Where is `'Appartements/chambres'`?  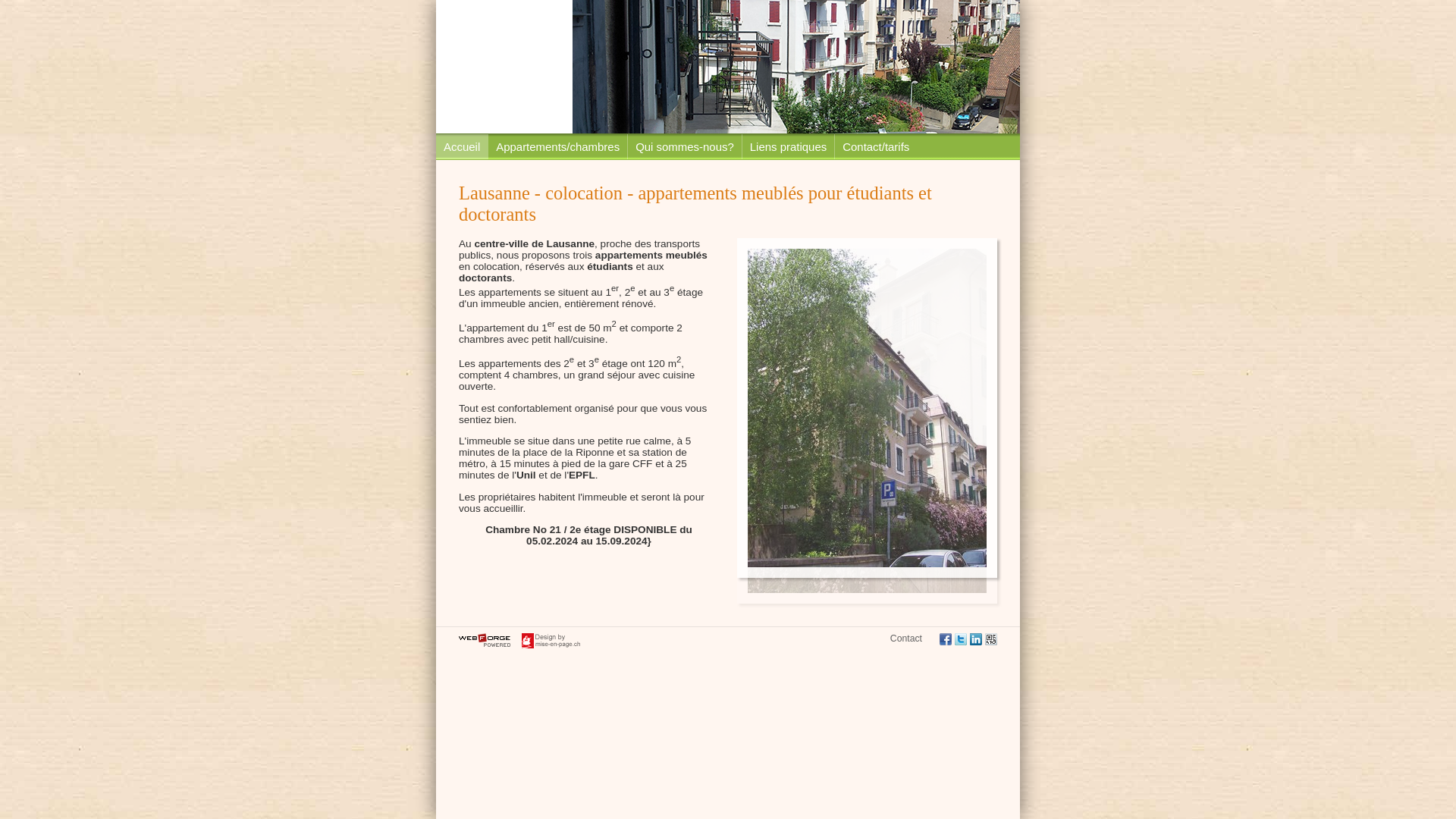 'Appartements/chambres' is located at coordinates (556, 146).